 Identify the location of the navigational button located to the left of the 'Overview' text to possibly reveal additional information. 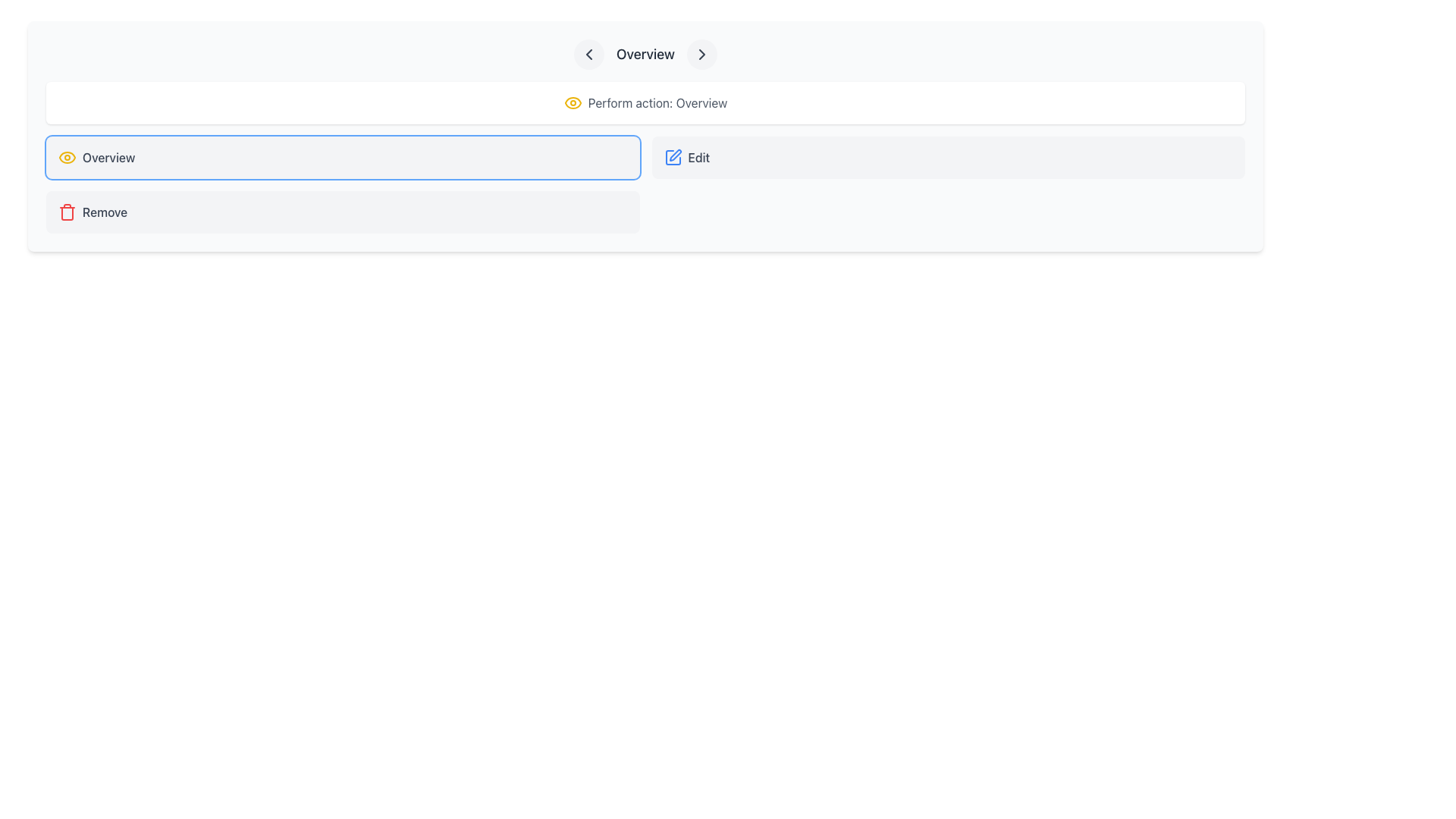
(588, 54).